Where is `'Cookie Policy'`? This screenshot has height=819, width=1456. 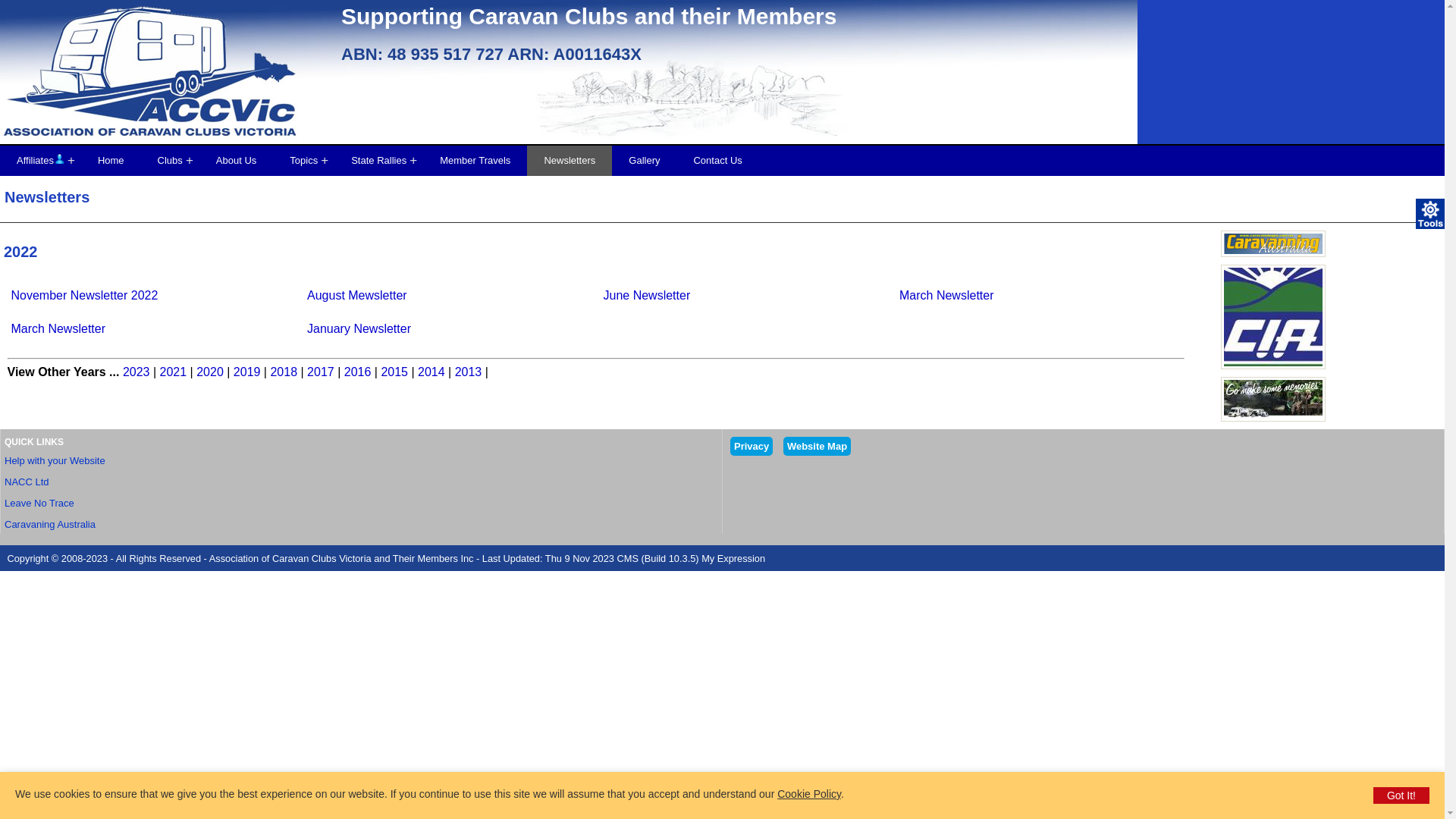
'Cookie Policy' is located at coordinates (808, 792).